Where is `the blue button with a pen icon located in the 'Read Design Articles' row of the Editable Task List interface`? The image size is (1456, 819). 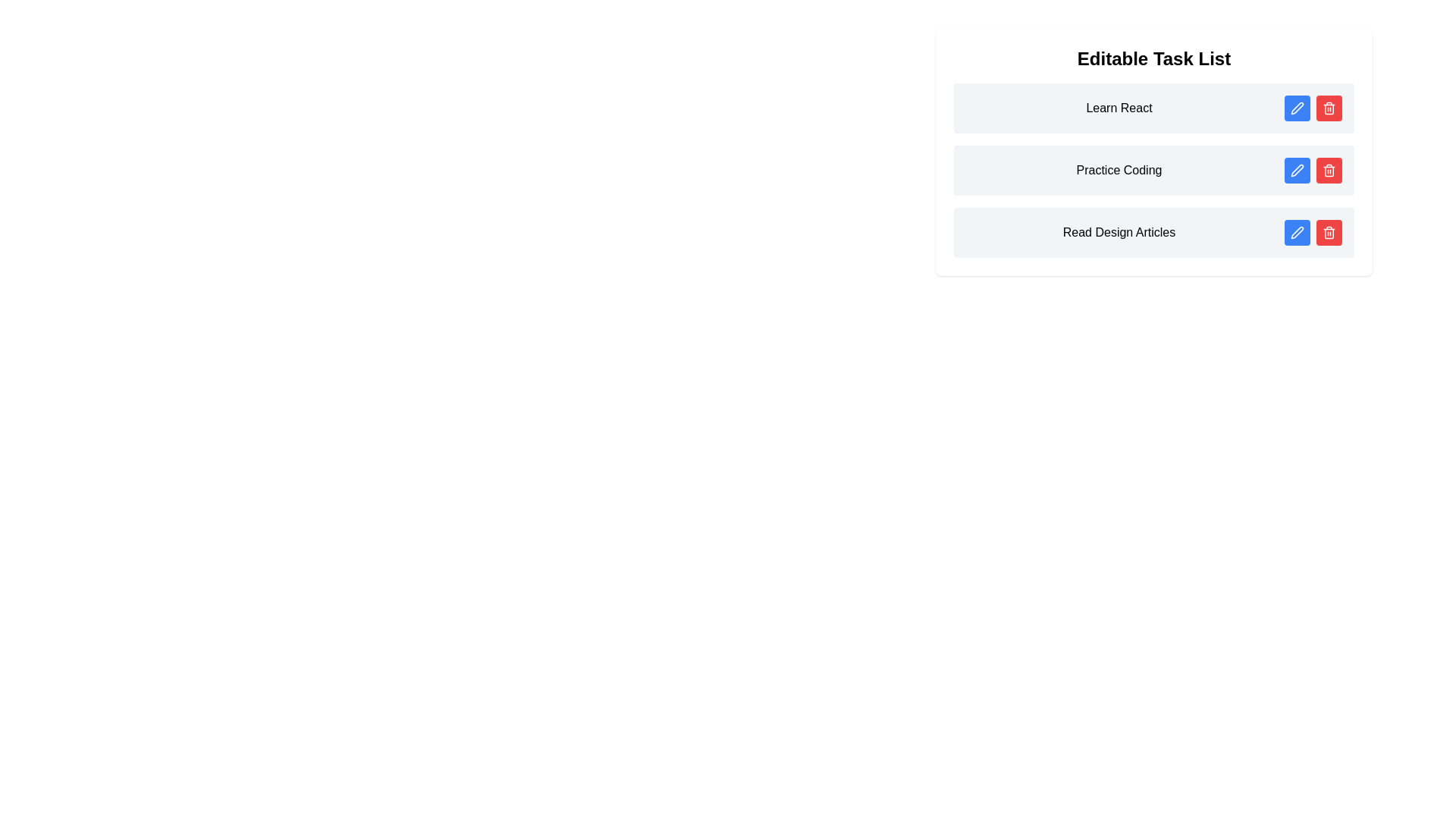 the blue button with a pen icon located in the 'Read Design Articles' row of the Editable Task List interface is located at coordinates (1296, 233).